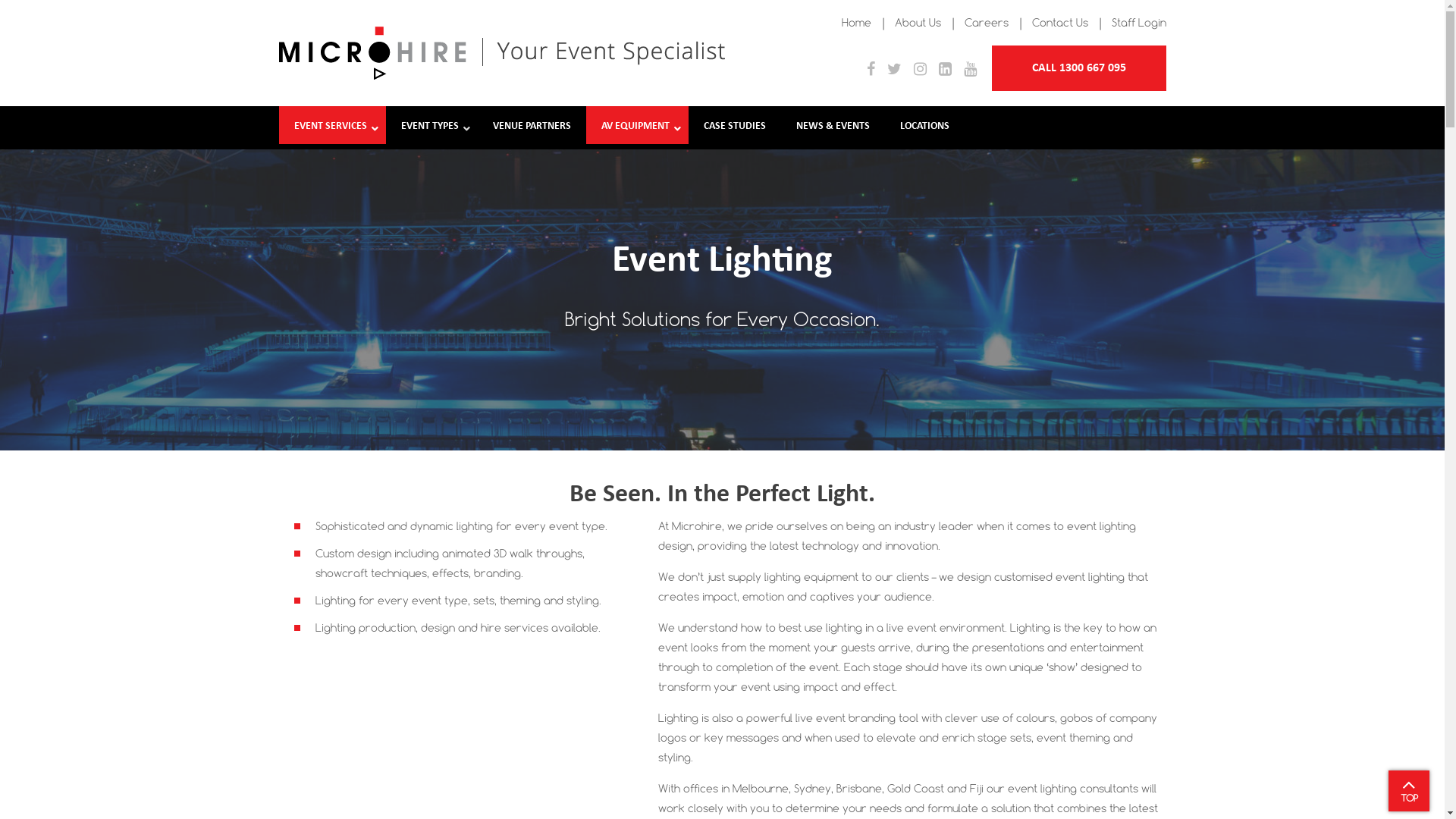 Image resolution: width=1456 pixels, height=819 pixels. What do you see at coordinates (884, 127) in the screenshot?
I see `'LOCATIONS'` at bounding box center [884, 127].